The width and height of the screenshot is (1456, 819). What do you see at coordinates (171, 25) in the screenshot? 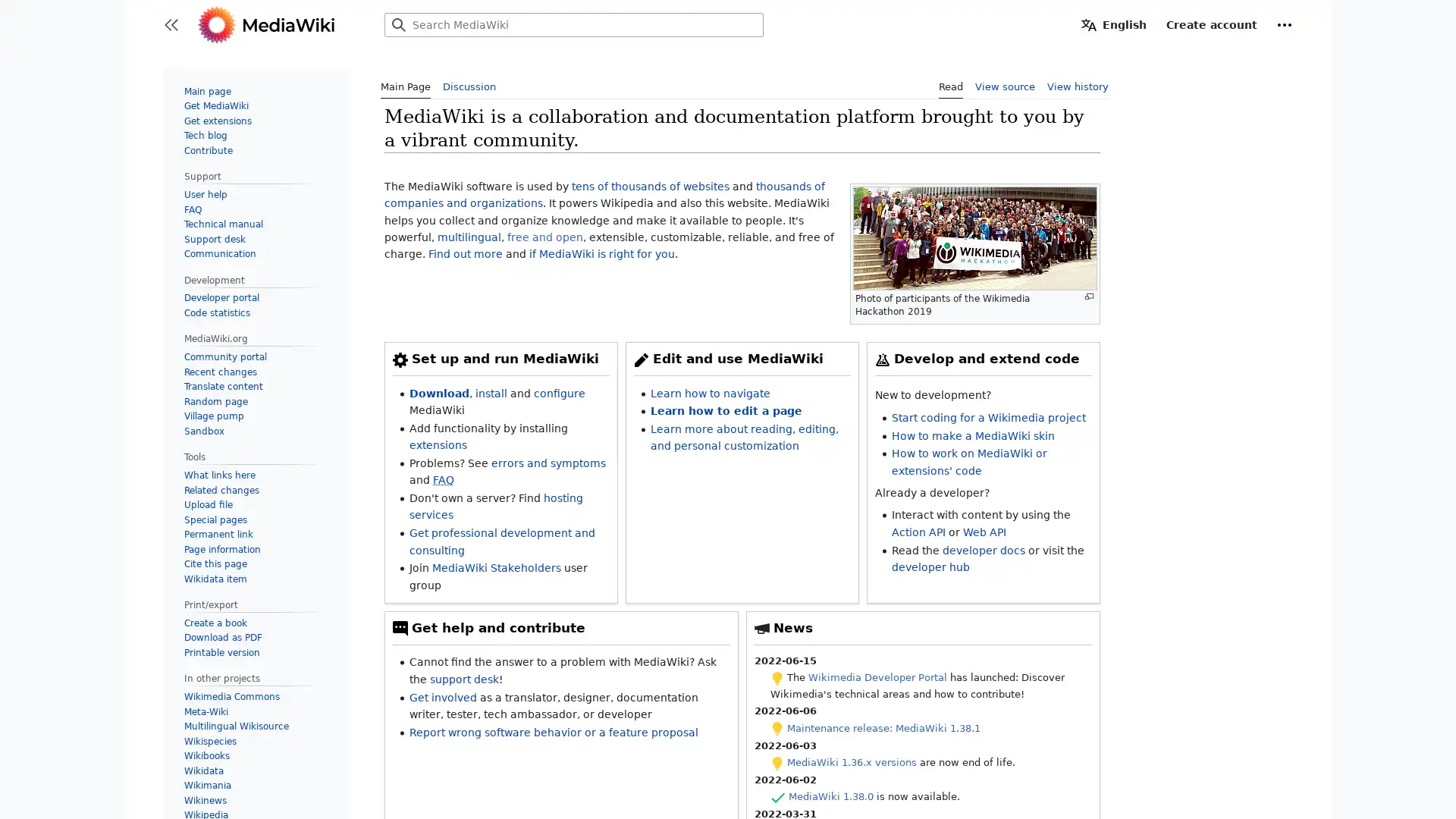
I see `Toggle sidebar` at bounding box center [171, 25].